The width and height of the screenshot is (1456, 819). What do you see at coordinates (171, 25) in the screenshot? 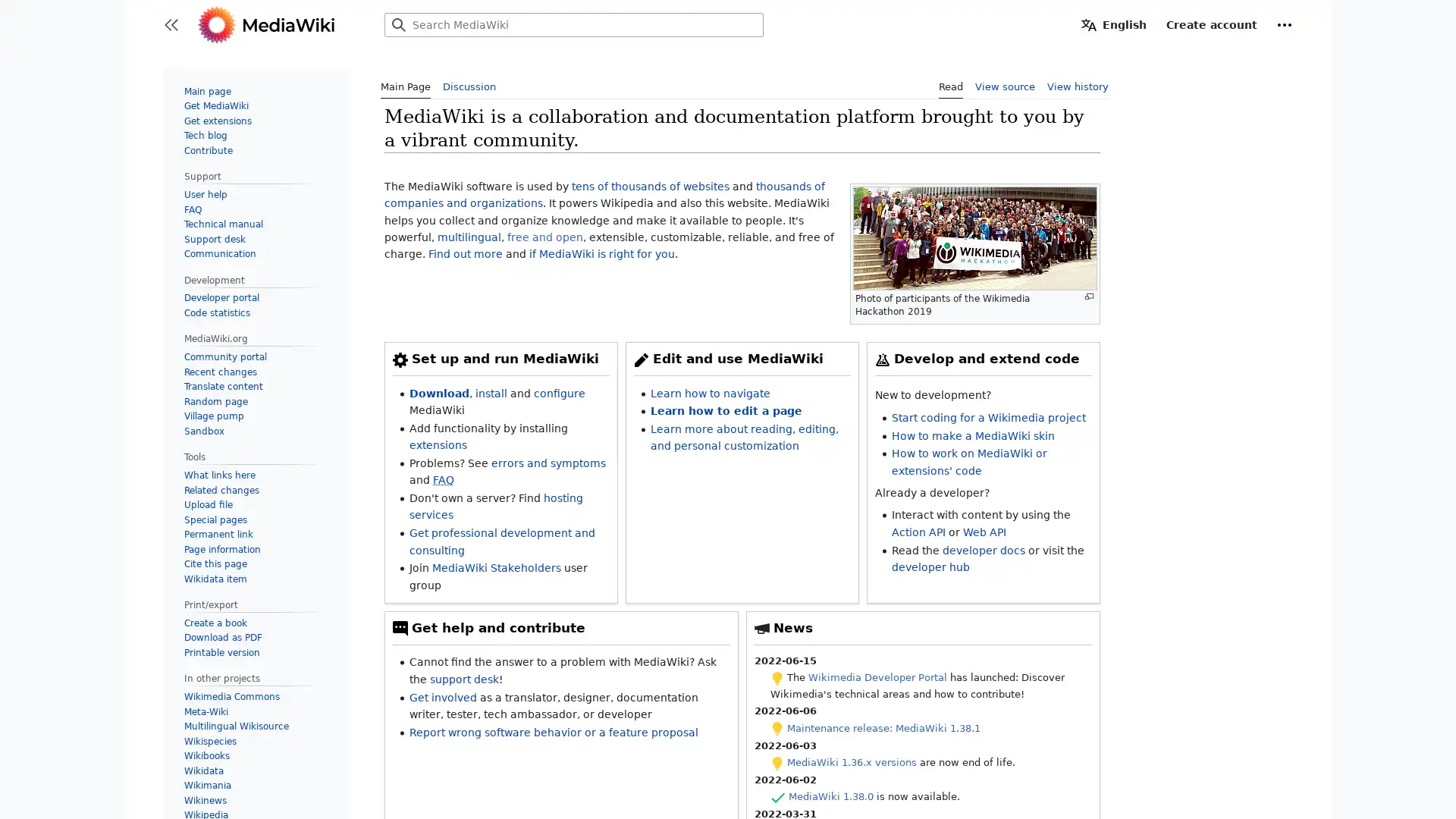
I see `Toggle sidebar` at bounding box center [171, 25].